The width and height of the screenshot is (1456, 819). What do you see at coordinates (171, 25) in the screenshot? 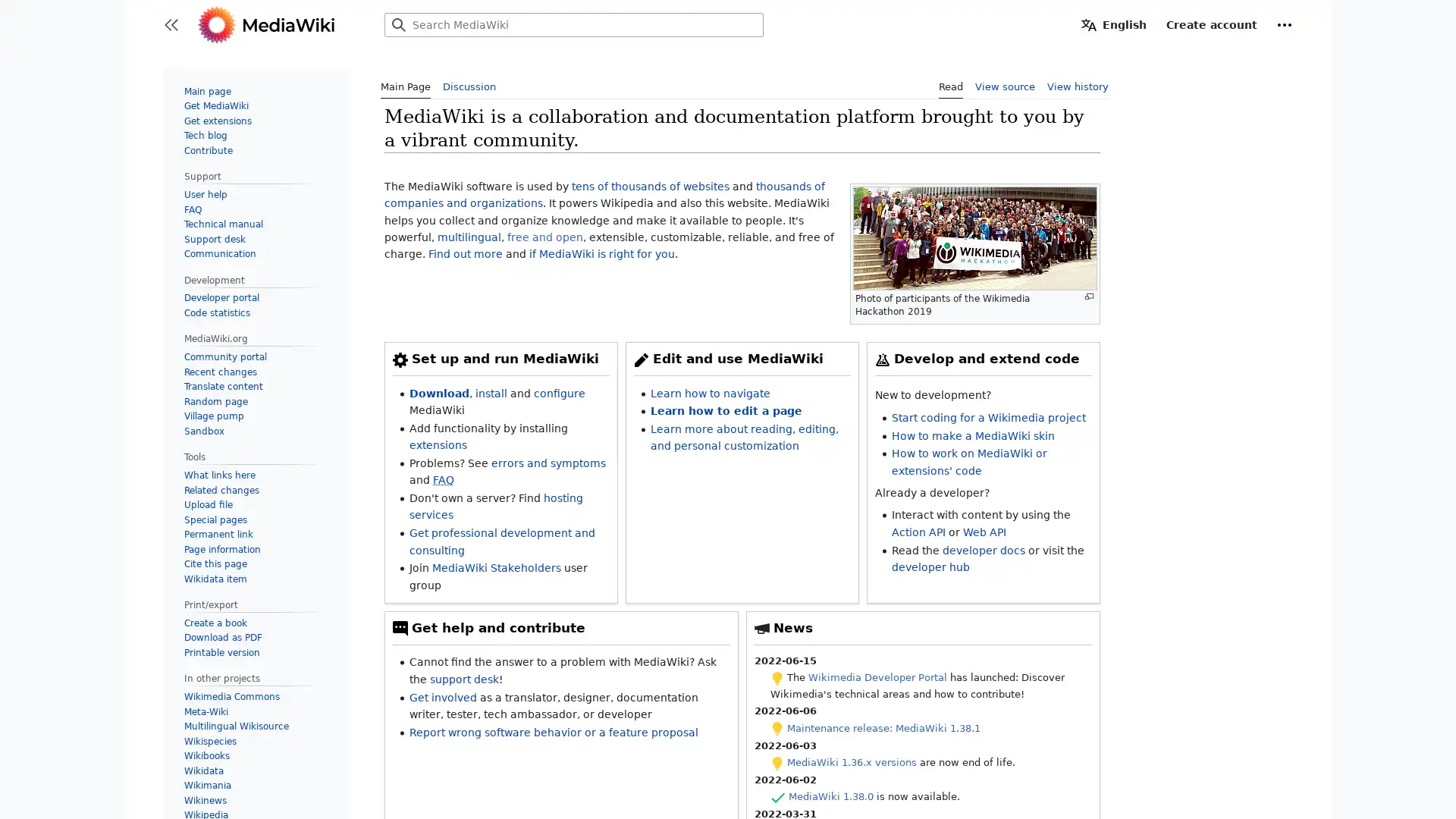
I see `Toggle sidebar` at bounding box center [171, 25].